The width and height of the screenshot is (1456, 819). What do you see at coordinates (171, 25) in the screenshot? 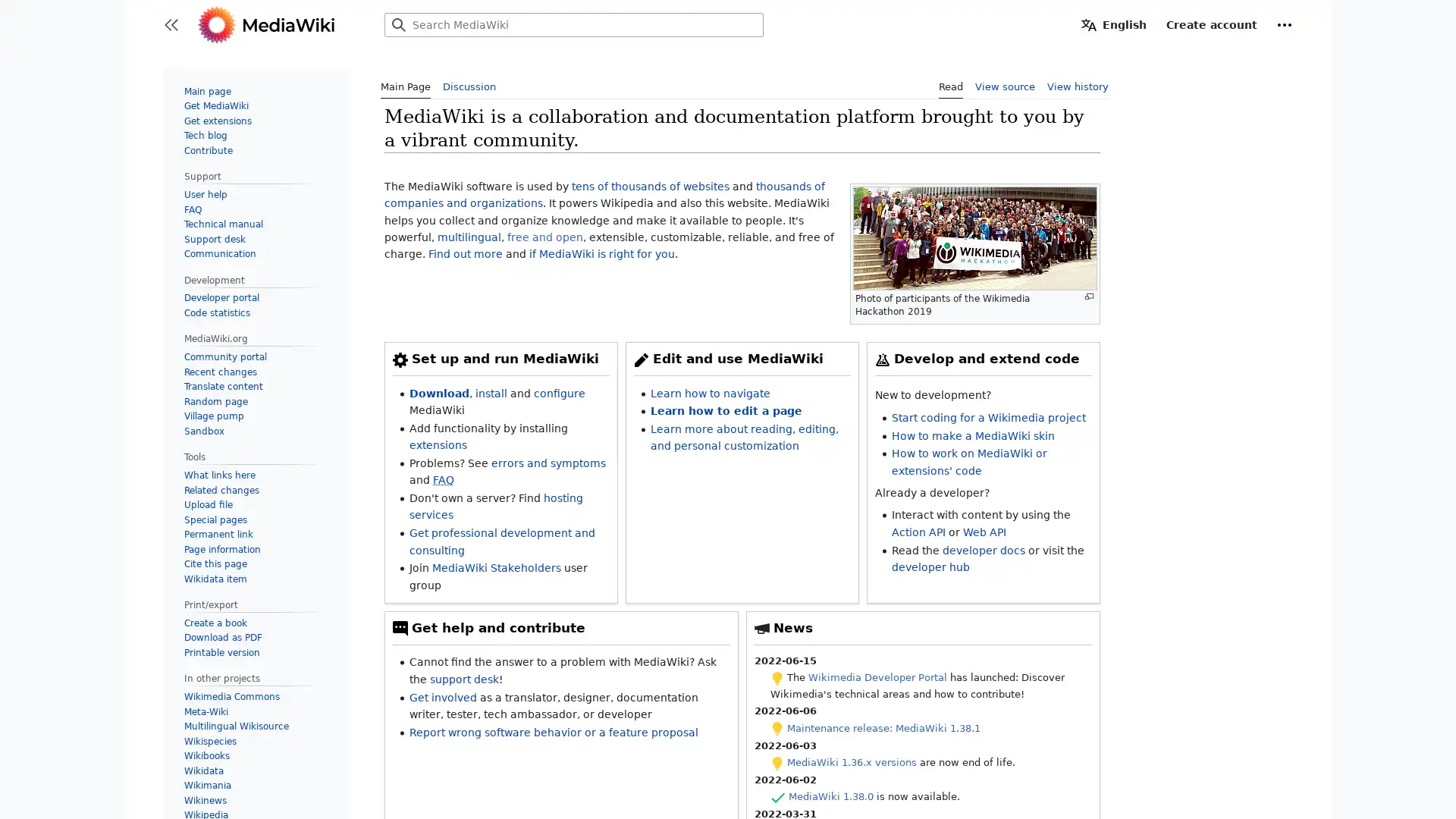
I see `Toggle sidebar` at bounding box center [171, 25].